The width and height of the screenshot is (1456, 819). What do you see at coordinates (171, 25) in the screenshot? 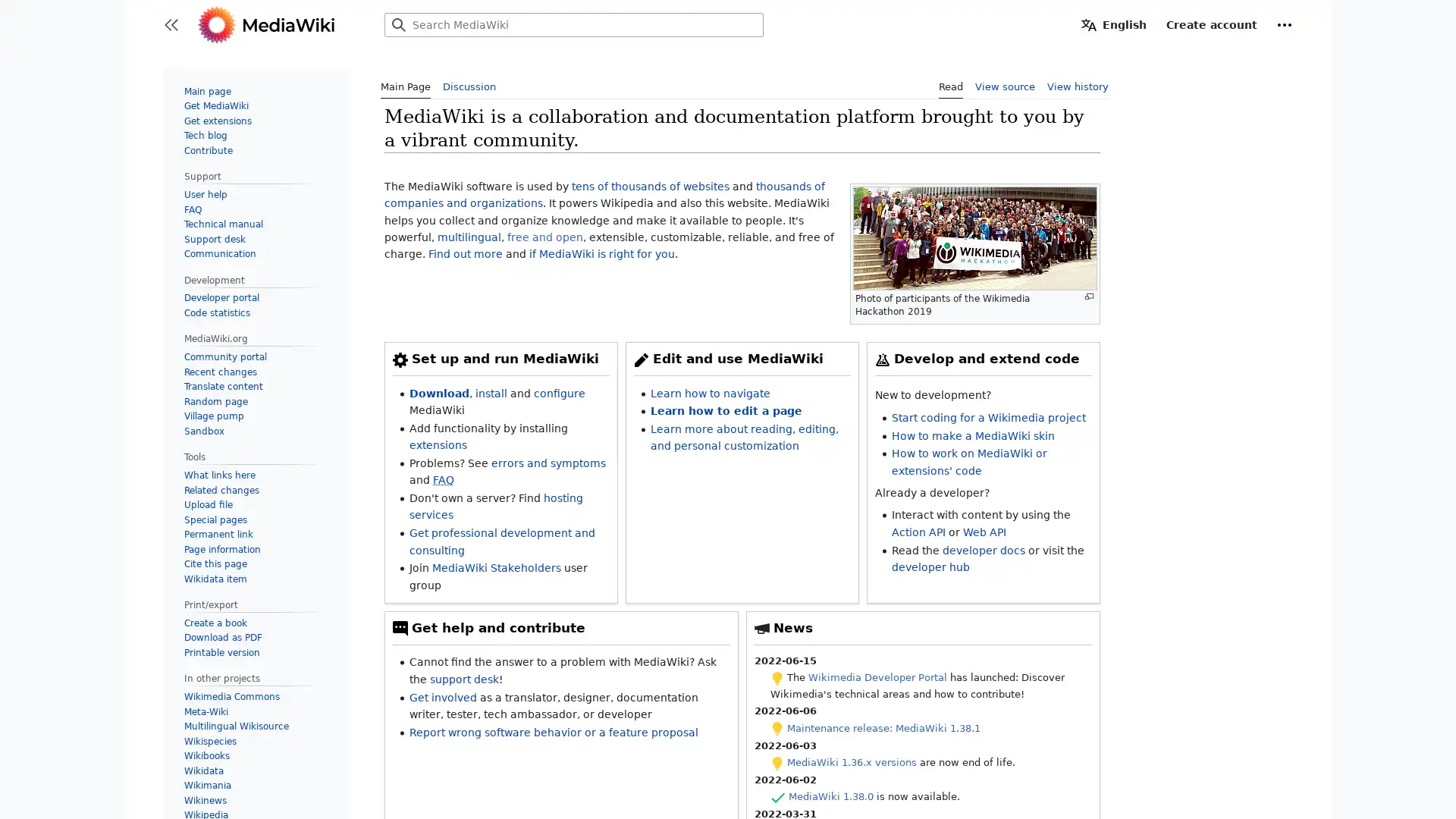
I see `Toggle sidebar` at bounding box center [171, 25].